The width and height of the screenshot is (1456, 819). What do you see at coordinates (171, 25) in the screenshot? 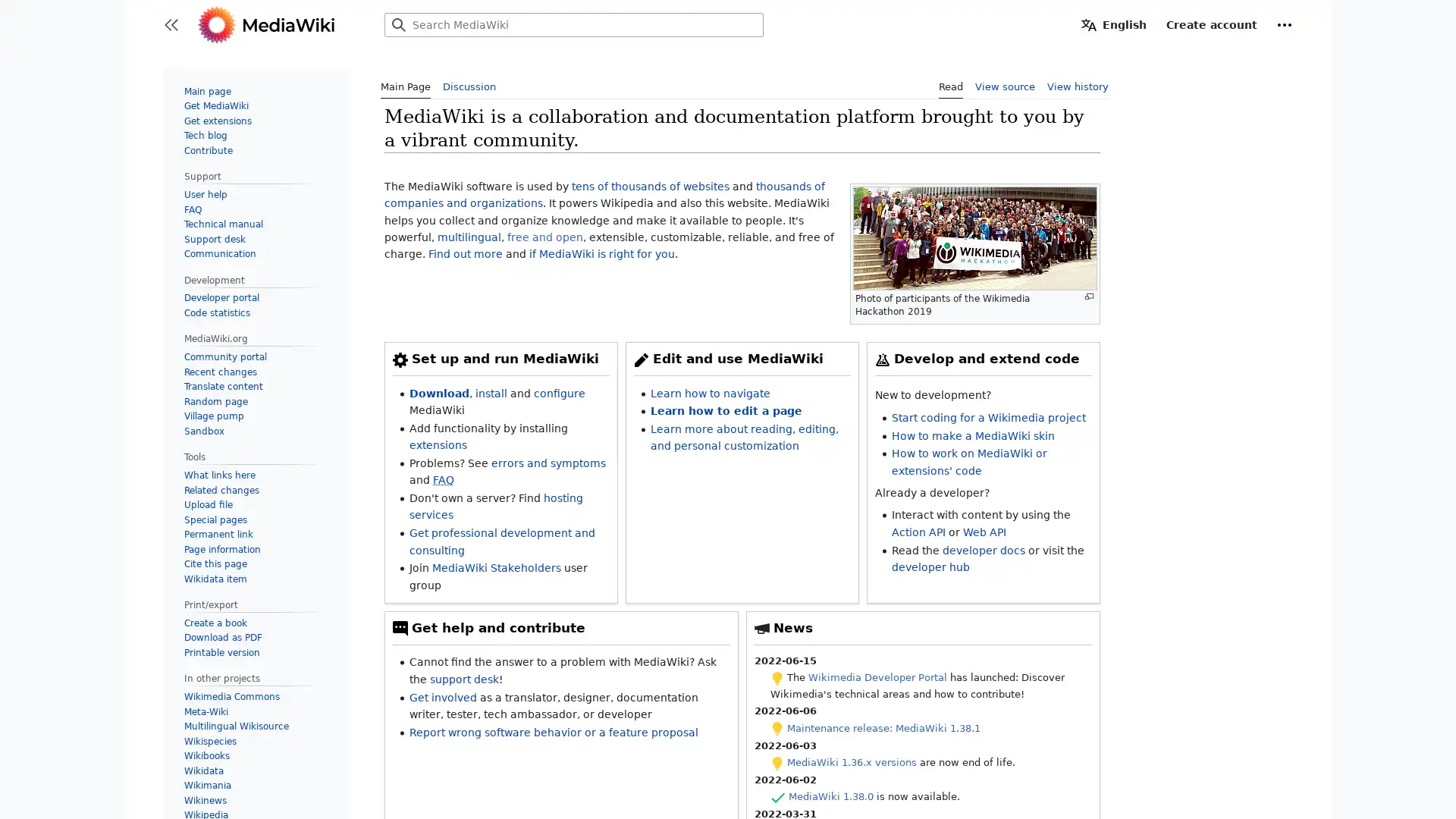
I see `Toggle sidebar` at bounding box center [171, 25].